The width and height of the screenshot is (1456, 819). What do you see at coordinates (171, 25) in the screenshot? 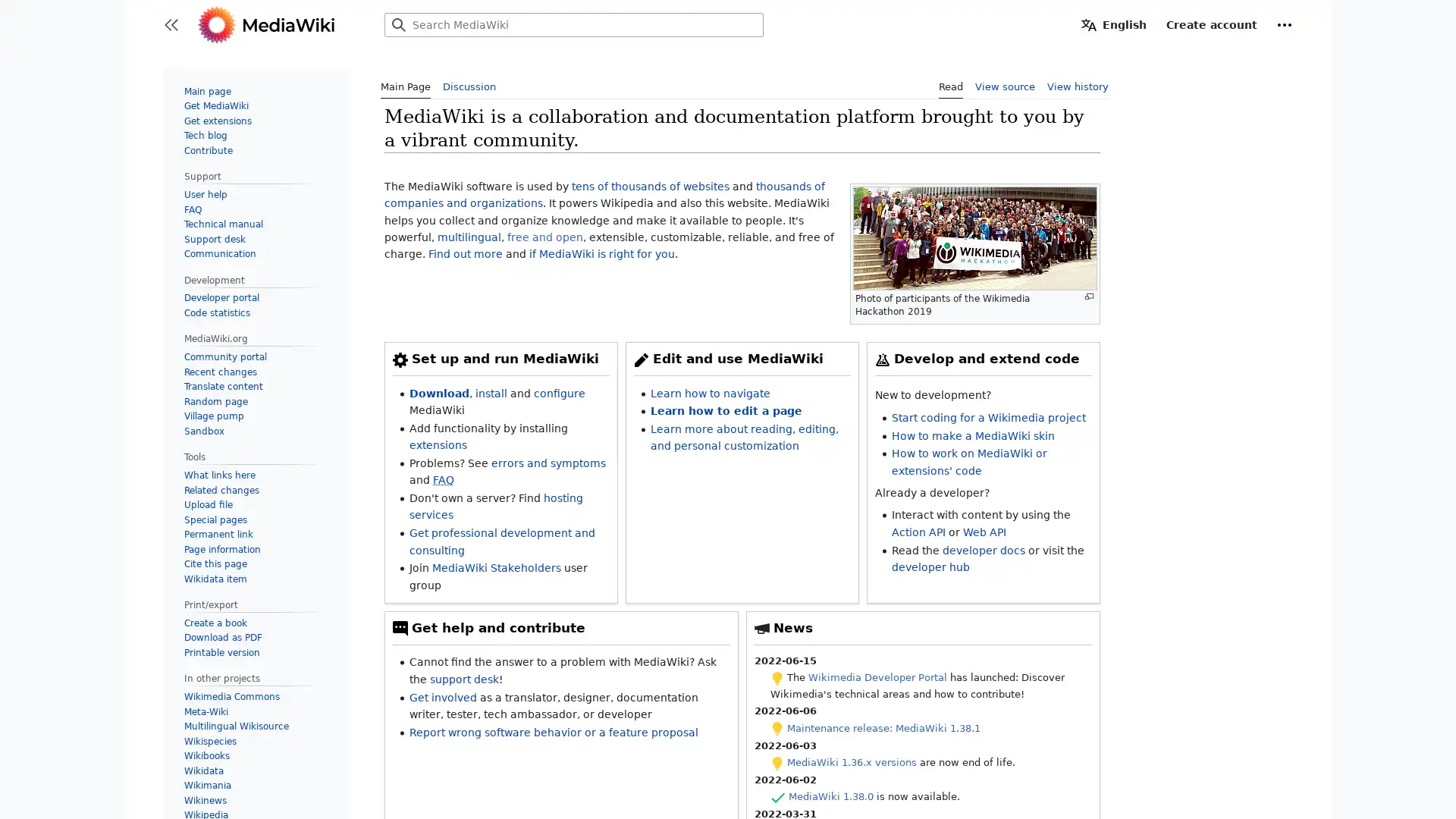
I see `Toggle sidebar` at bounding box center [171, 25].